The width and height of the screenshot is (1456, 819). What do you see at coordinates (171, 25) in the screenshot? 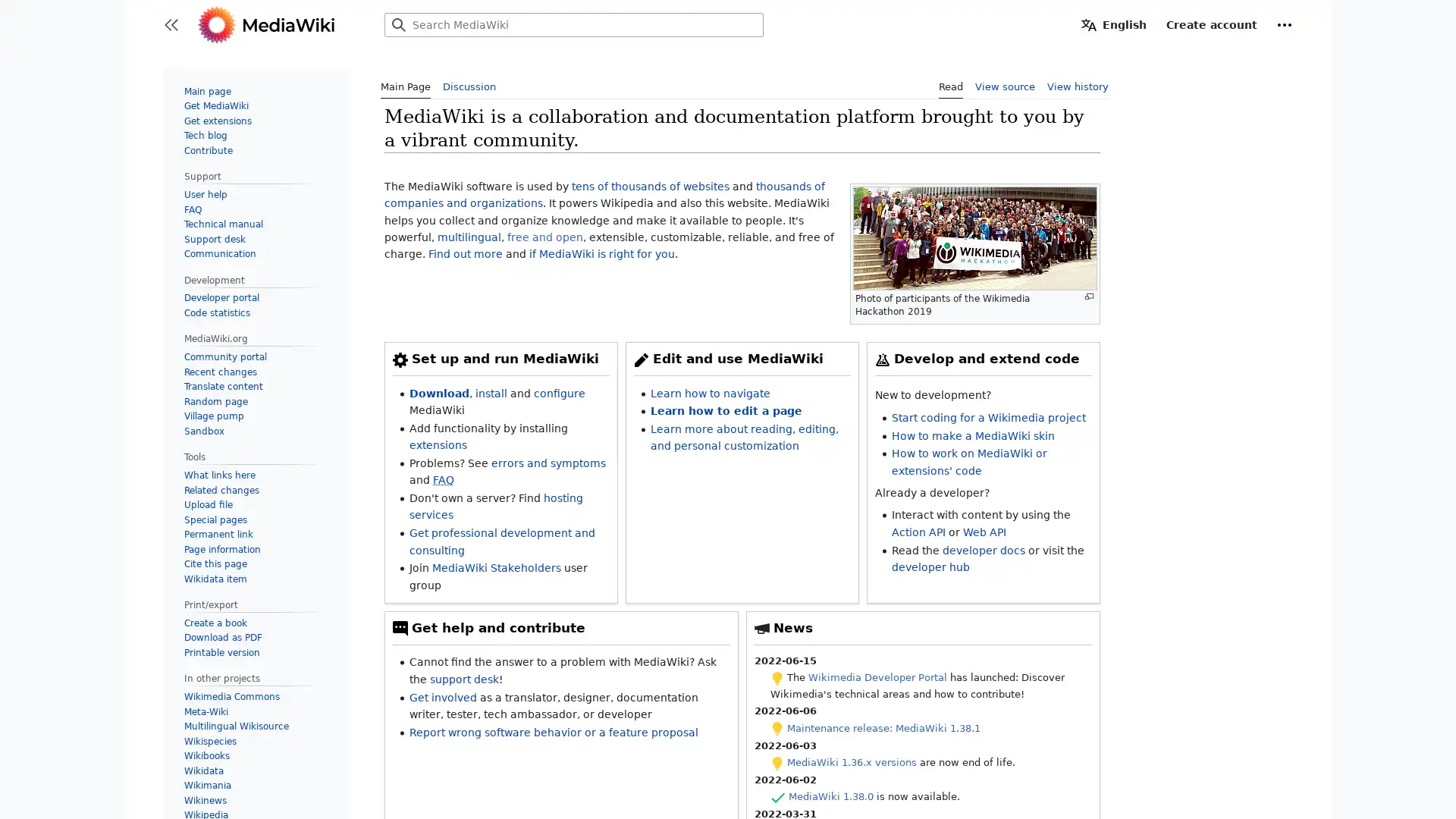
I see `Toggle sidebar` at bounding box center [171, 25].